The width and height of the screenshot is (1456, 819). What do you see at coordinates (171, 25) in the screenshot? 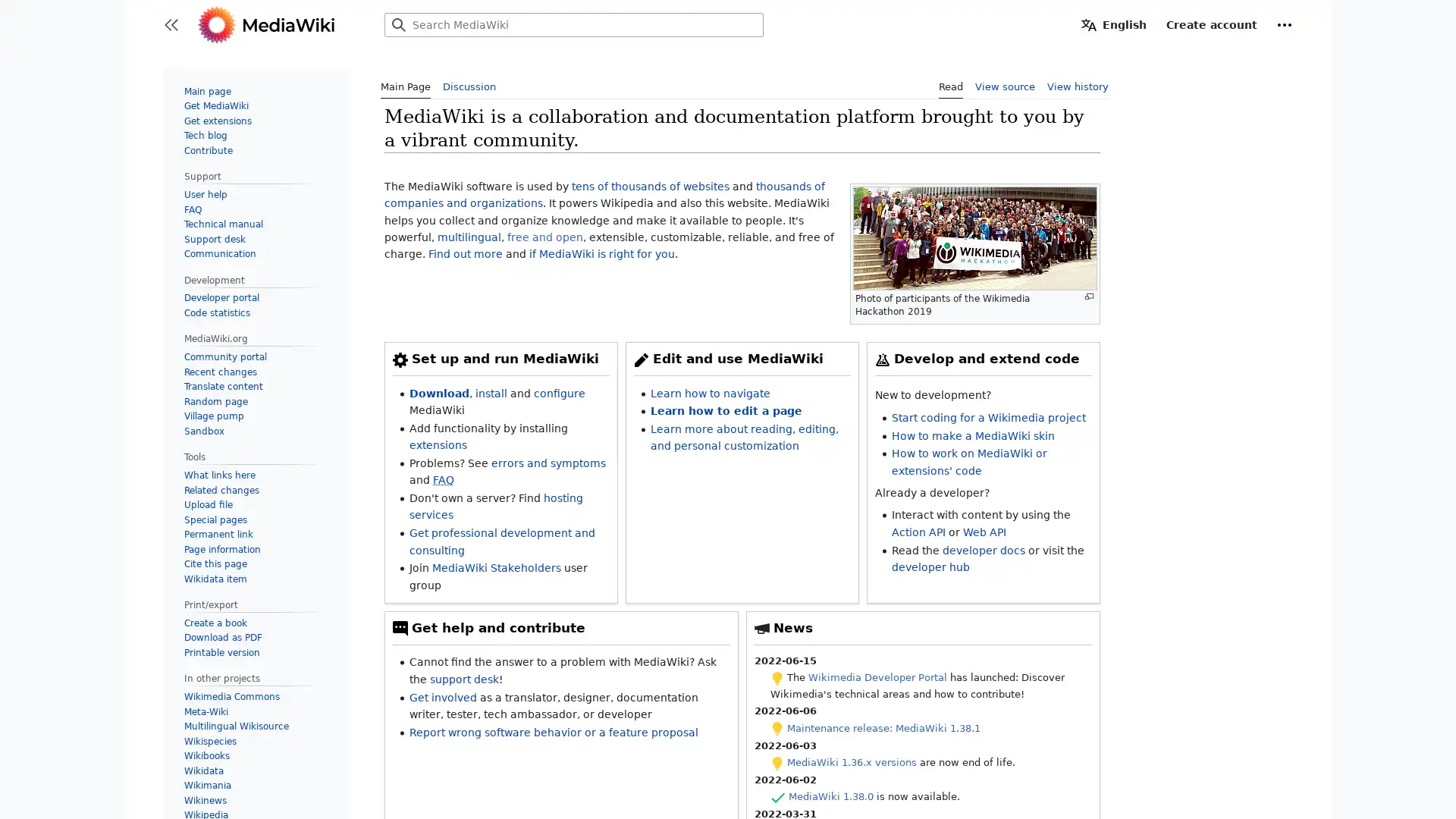
I see `Toggle sidebar` at bounding box center [171, 25].